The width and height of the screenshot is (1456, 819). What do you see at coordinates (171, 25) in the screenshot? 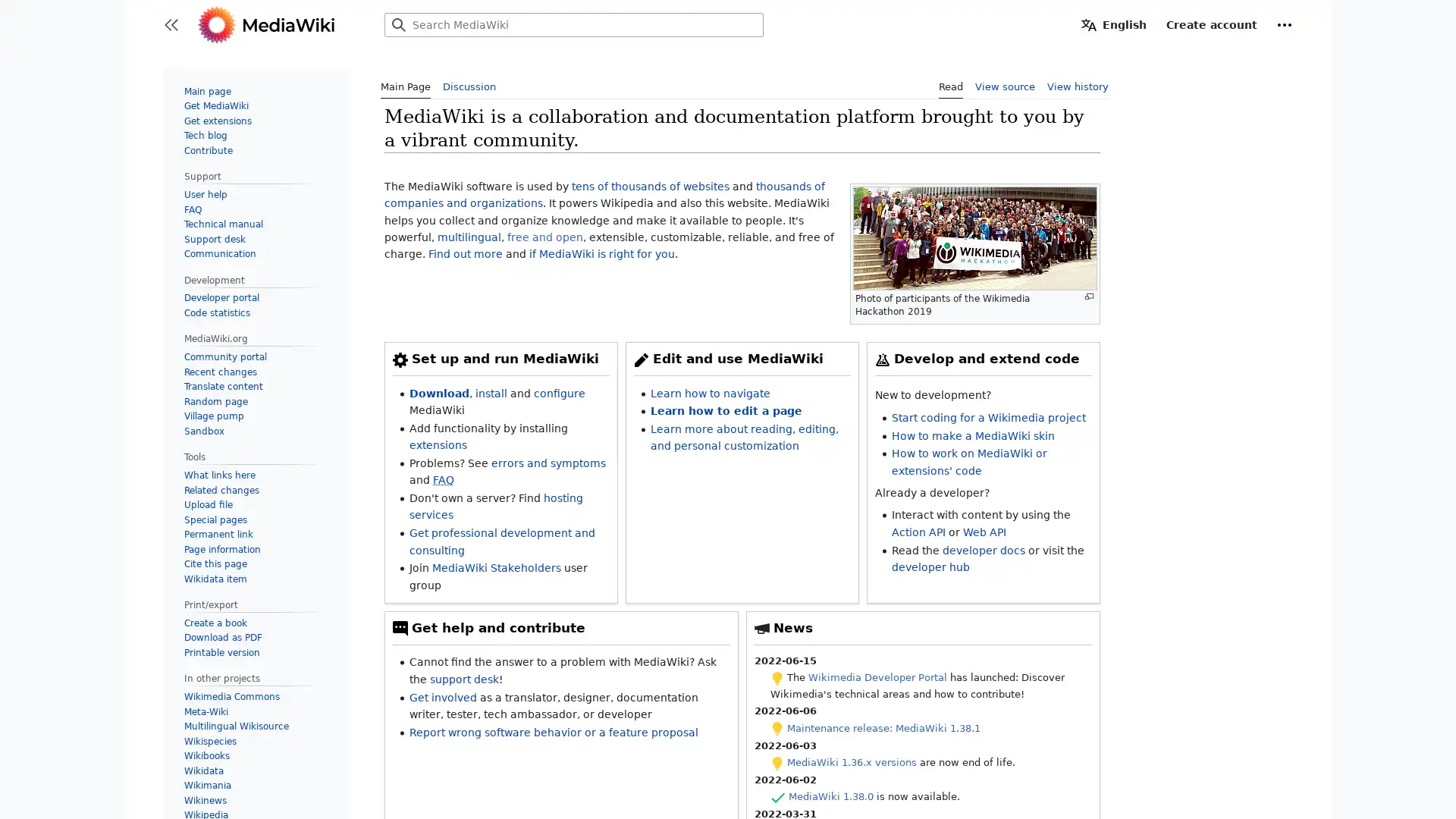
I see `Toggle sidebar` at bounding box center [171, 25].